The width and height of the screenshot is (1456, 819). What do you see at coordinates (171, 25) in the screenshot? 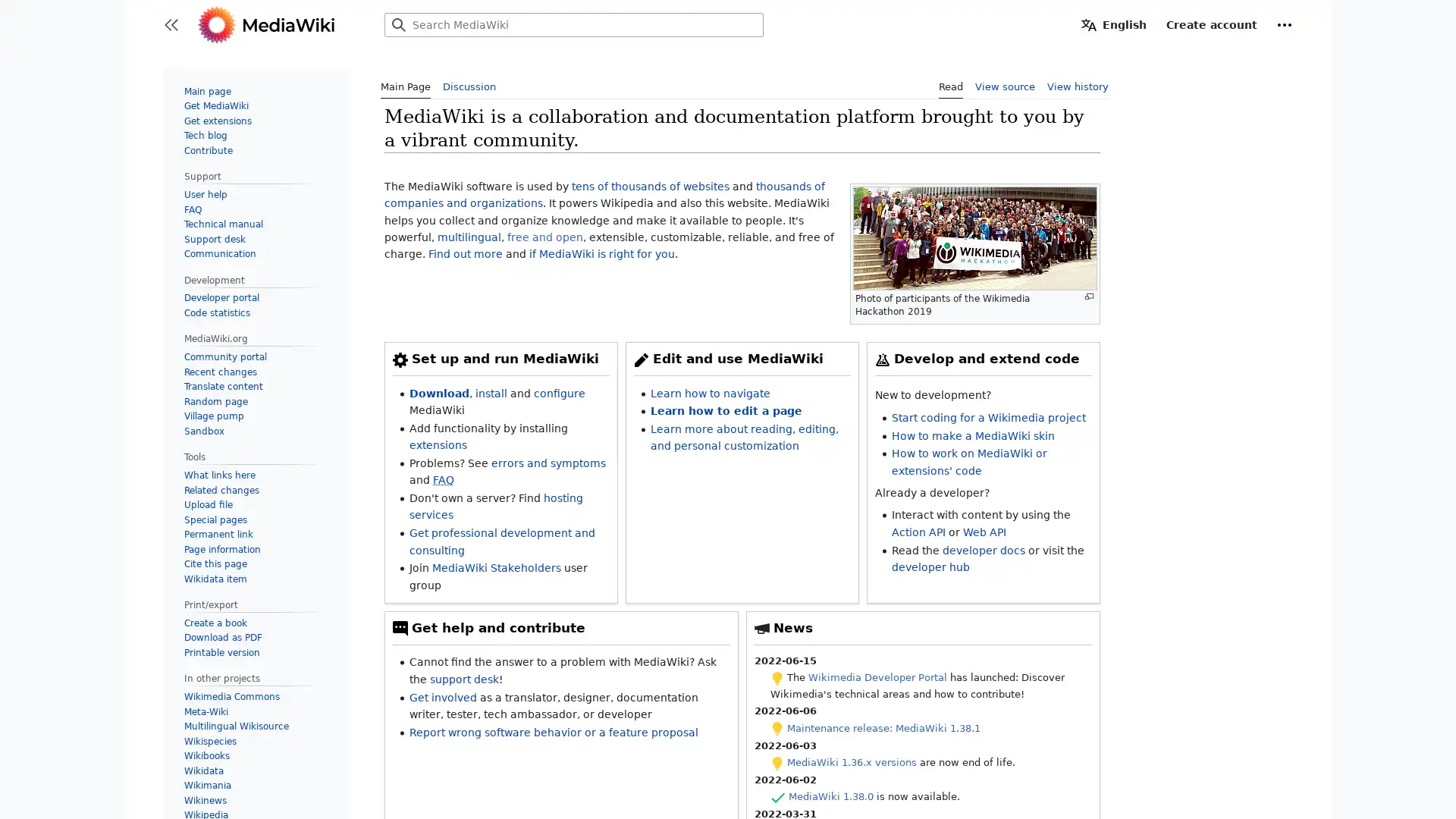
I see `Toggle sidebar` at bounding box center [171, 25].